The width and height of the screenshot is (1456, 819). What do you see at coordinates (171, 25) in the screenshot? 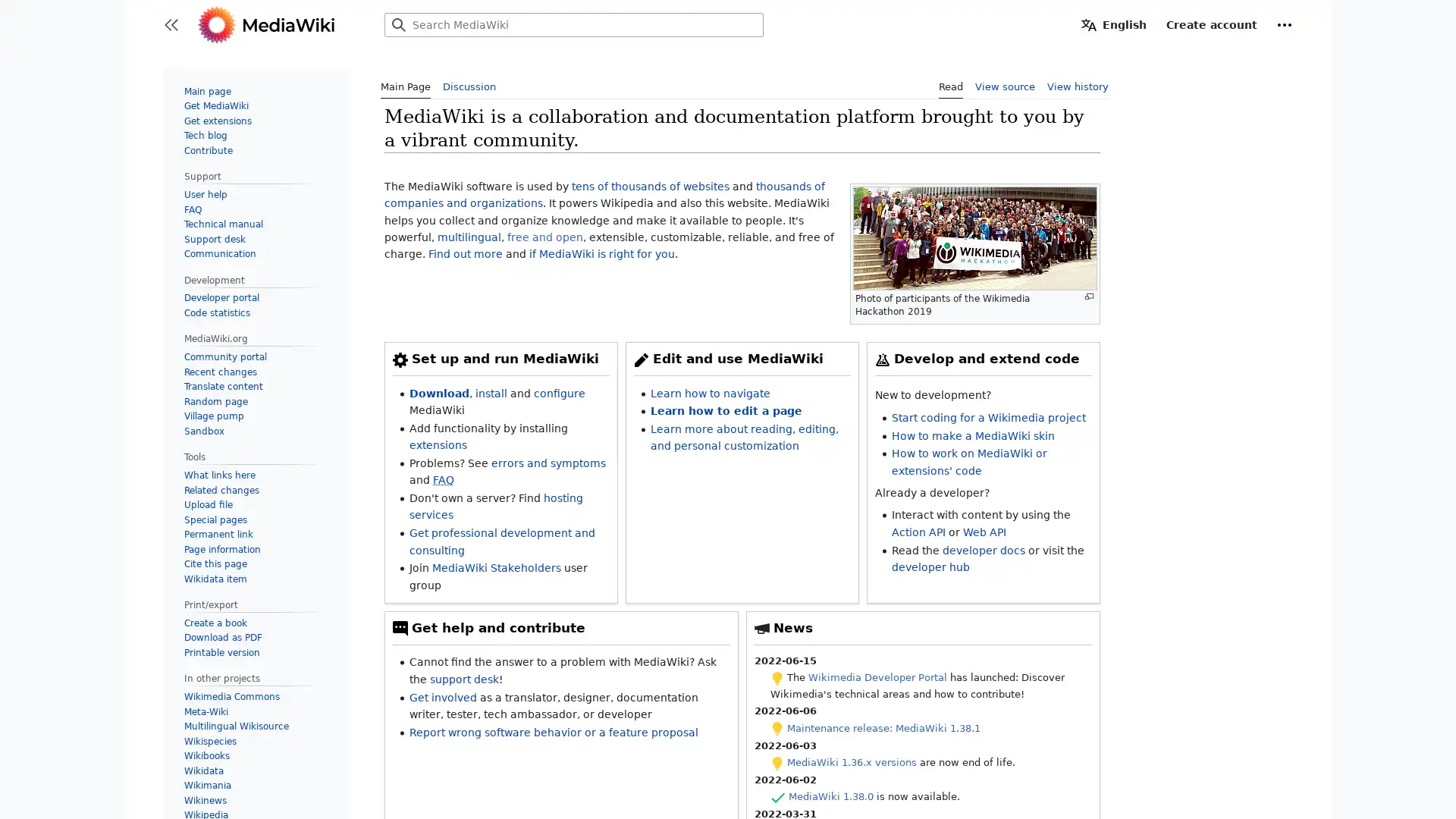
I see `Toggle sidebar` at bounding box center [171, 25].